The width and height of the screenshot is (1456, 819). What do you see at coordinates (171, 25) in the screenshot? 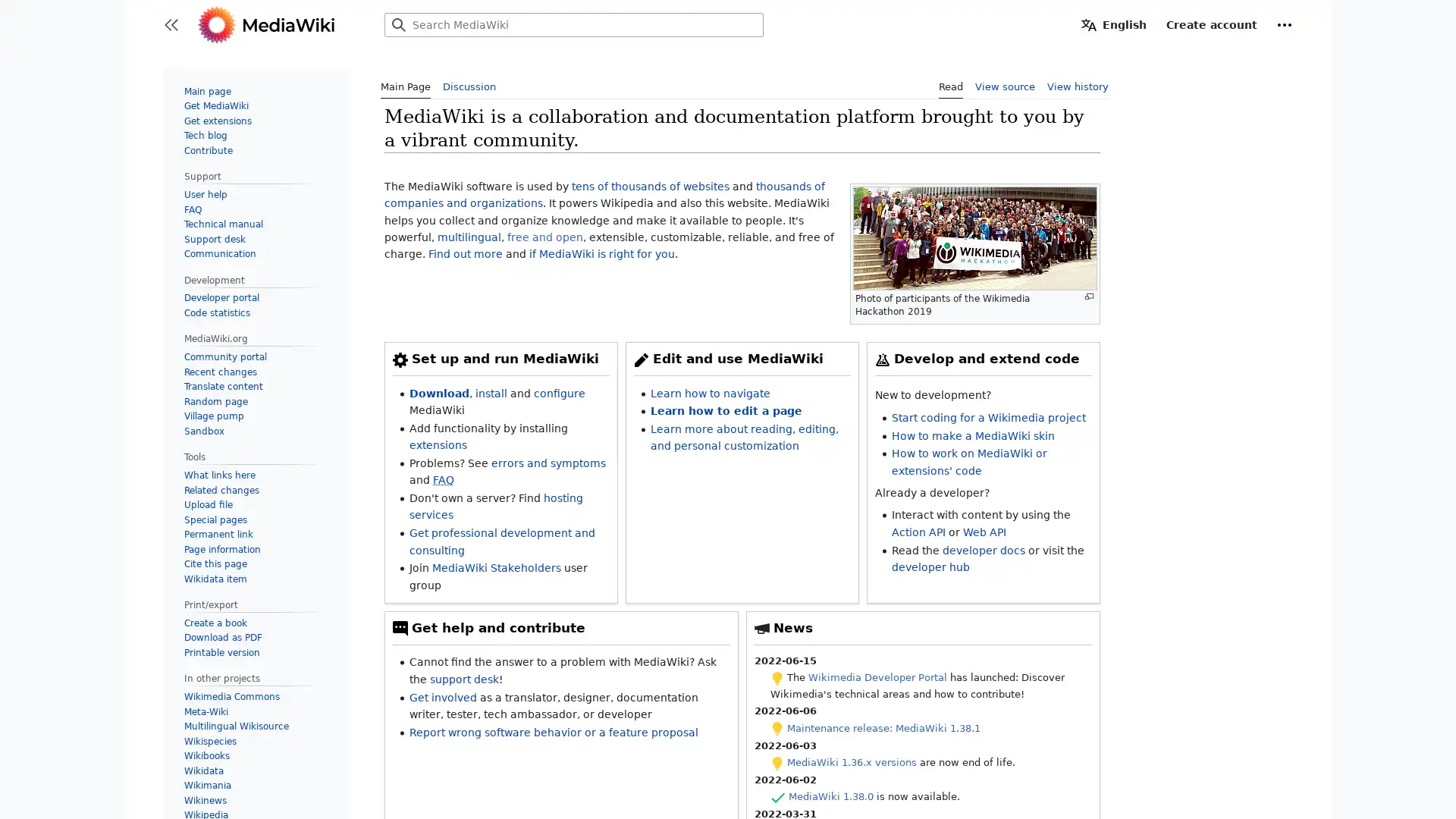
I see `Toggle sidebar` at bounding box center [171, 25].